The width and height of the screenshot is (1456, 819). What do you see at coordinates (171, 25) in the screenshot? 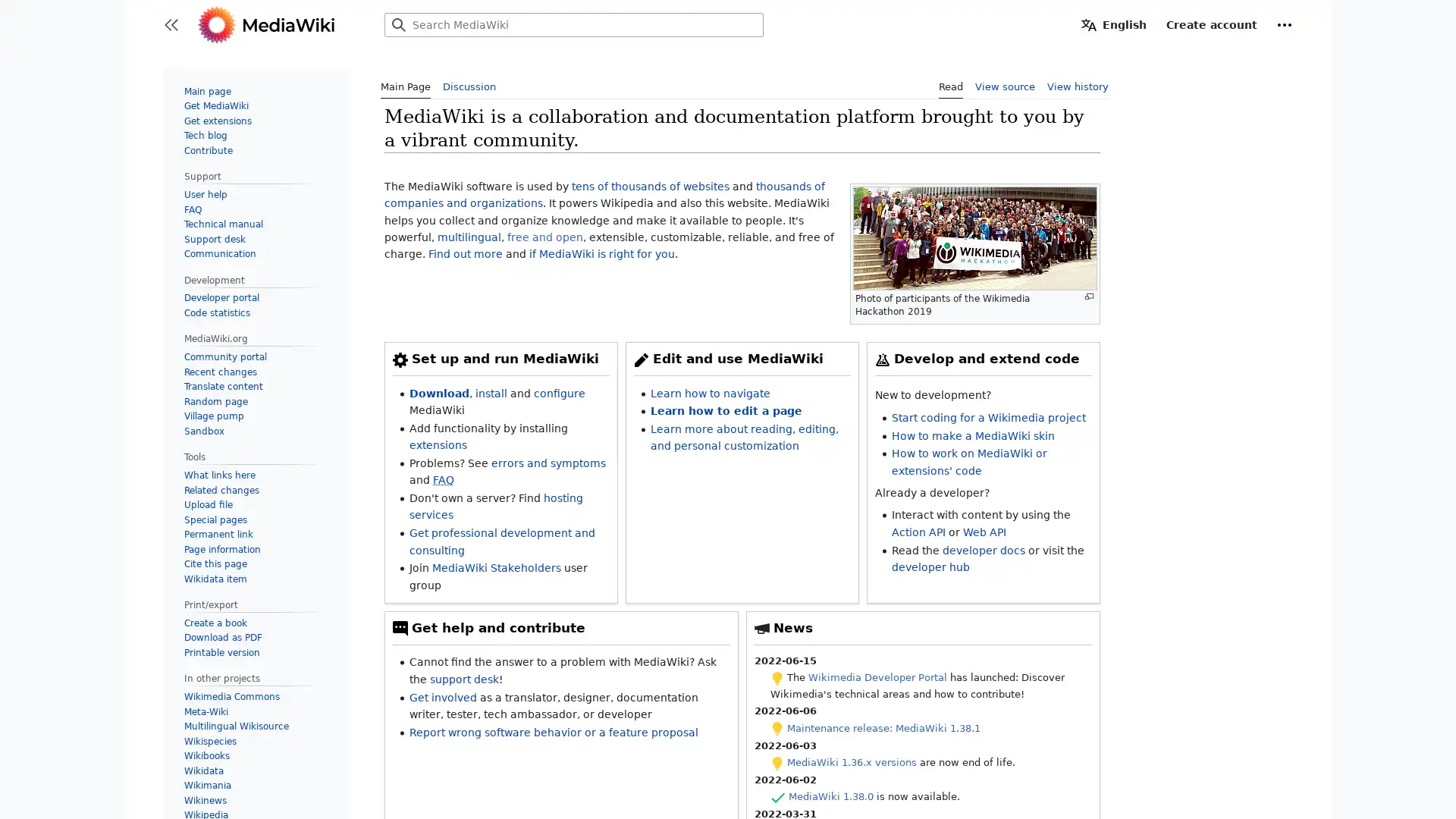
I see `Toggle sidebar` at bounding box center [171, 25].